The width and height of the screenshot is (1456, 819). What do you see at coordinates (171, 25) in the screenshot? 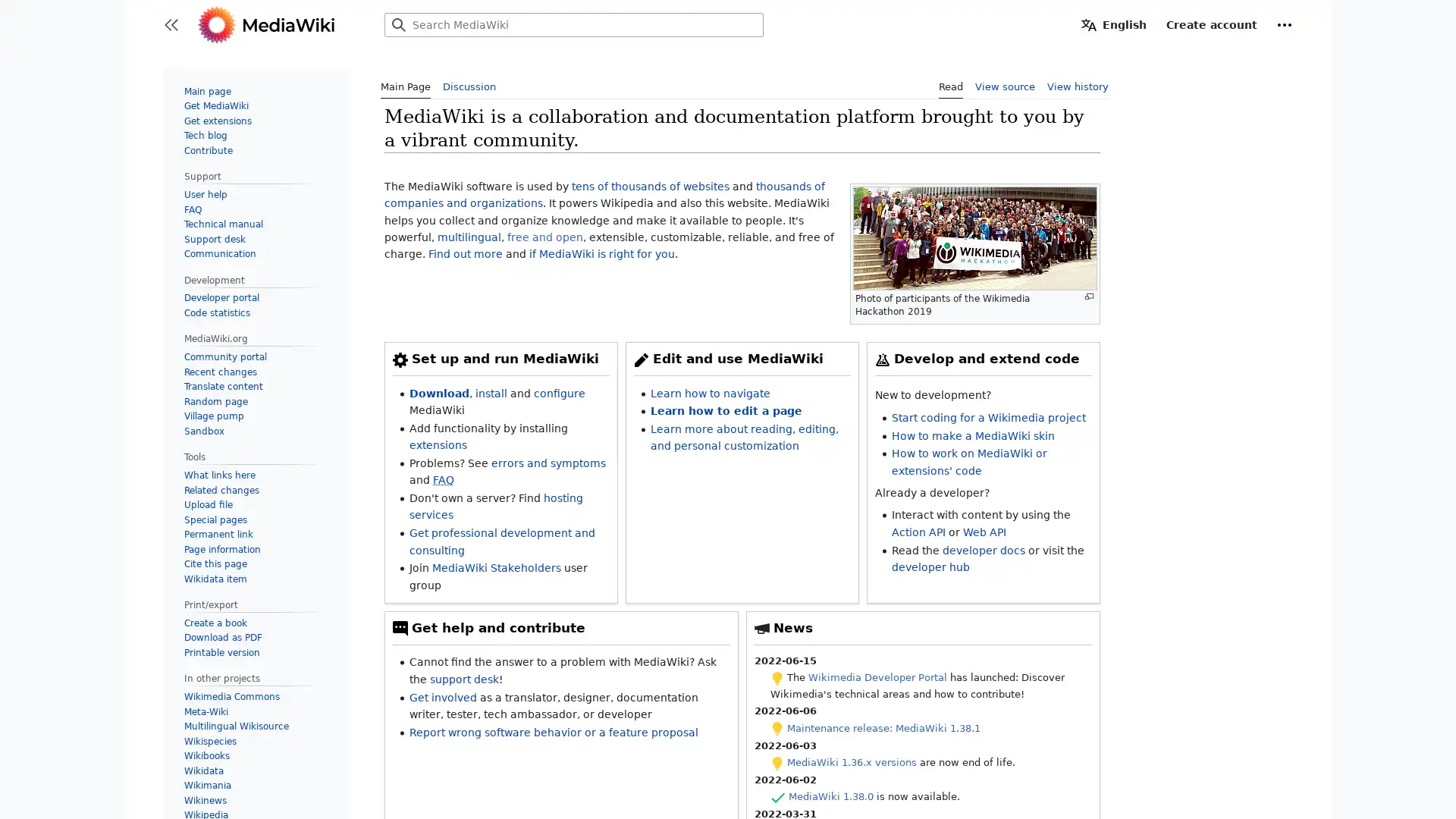
I see `Toggle sidebar` at bounding box center [171, 25].